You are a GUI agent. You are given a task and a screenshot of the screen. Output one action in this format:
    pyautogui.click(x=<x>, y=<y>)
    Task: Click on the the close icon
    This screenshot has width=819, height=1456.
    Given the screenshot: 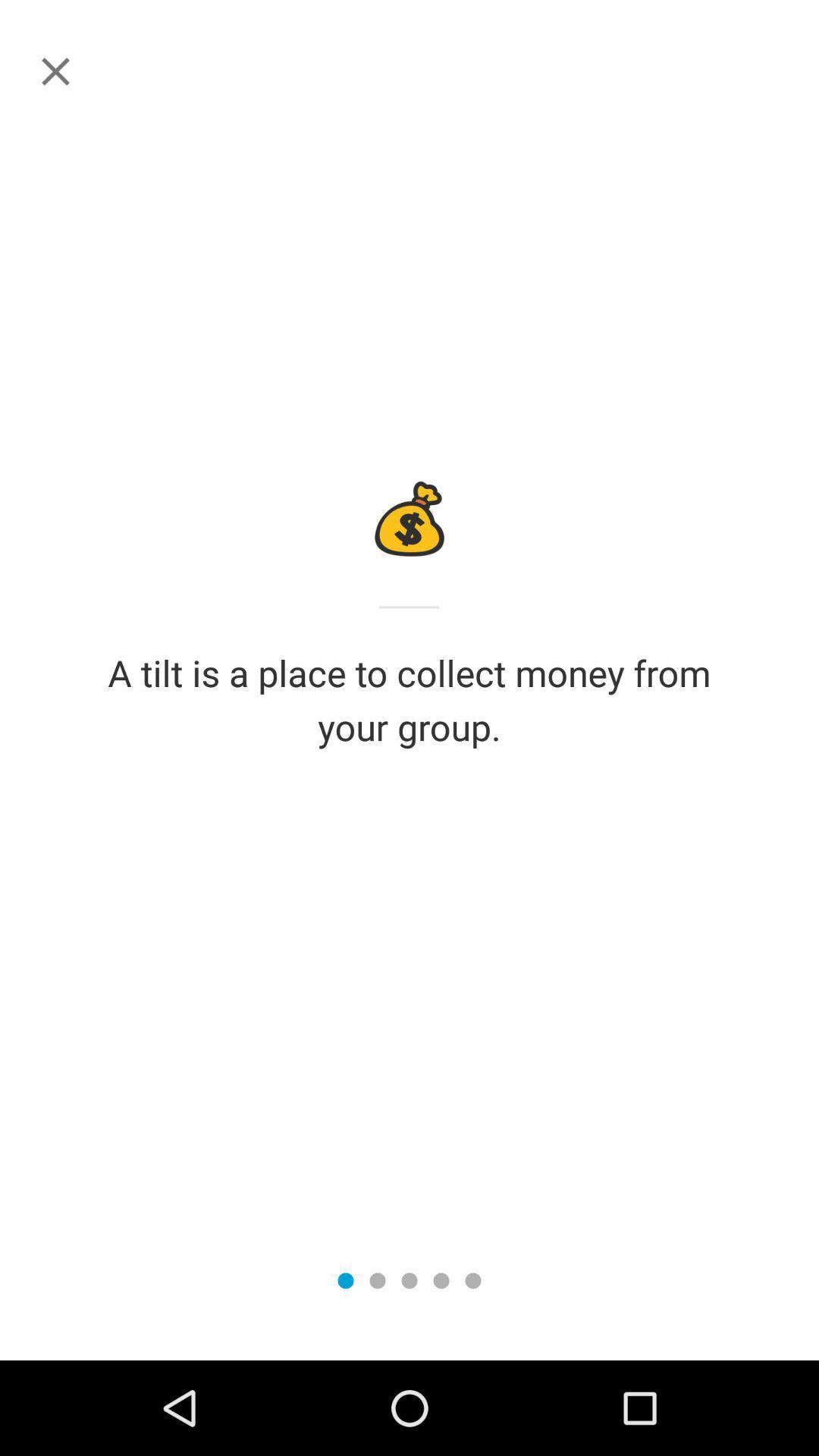 What is the action you would take?
    pyautogui.click(x=55, y=71)
    